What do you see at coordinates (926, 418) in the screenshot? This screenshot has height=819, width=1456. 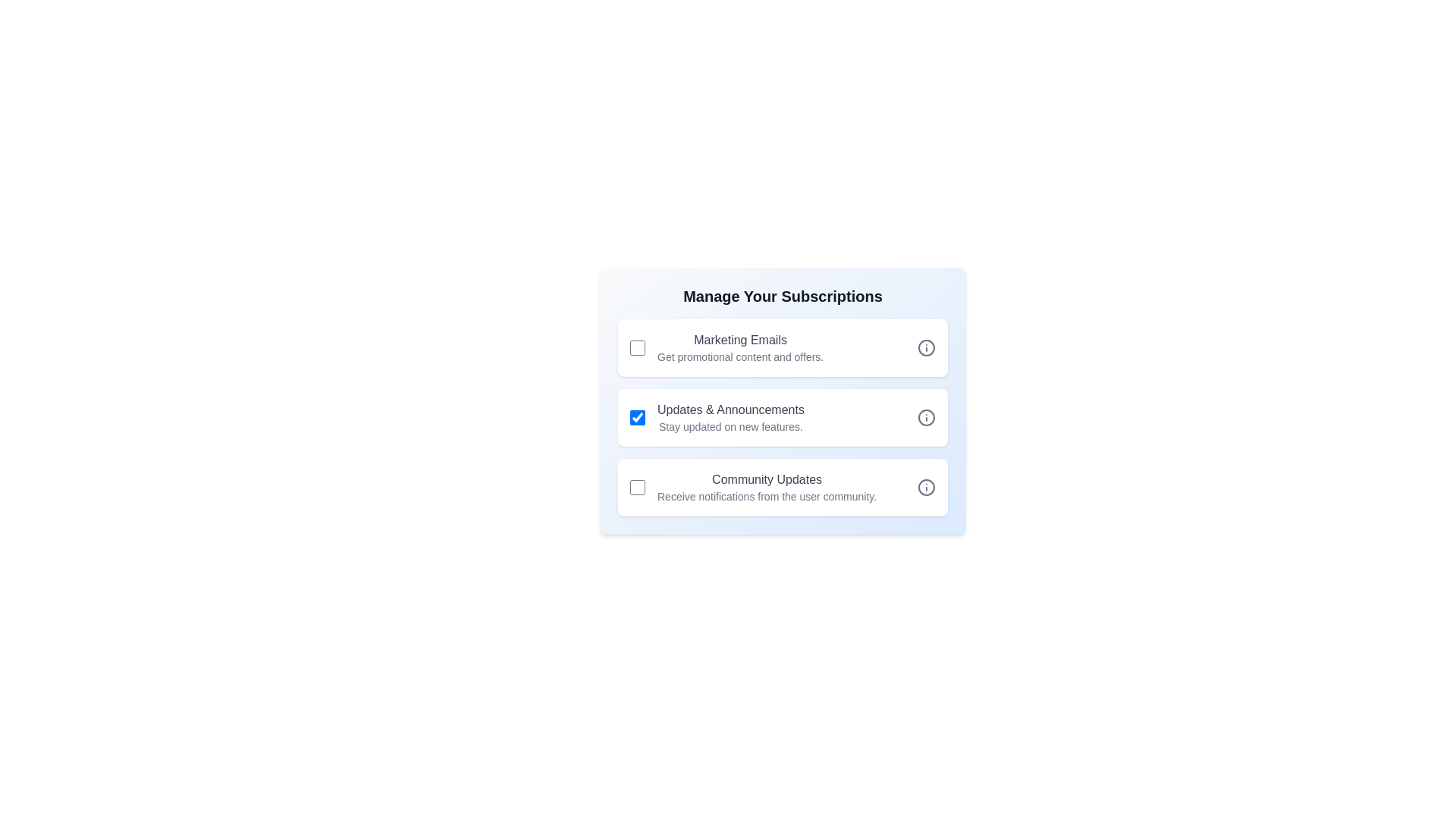 I see `'Info' icon next to 'Updates & Announcements'` at bounding box center [926, 418].